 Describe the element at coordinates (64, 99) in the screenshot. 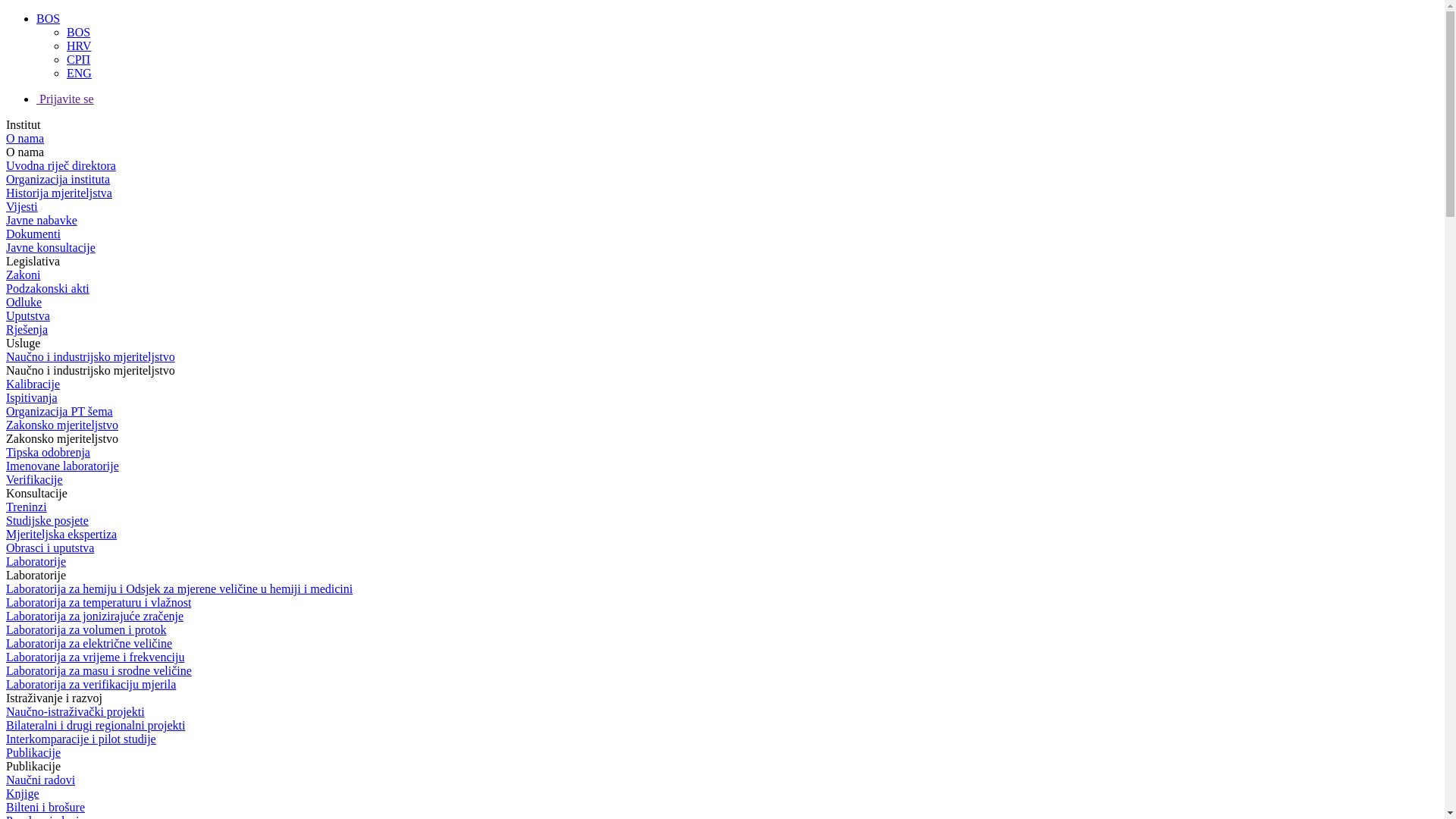

I see `' Prijavite se'` at that location.